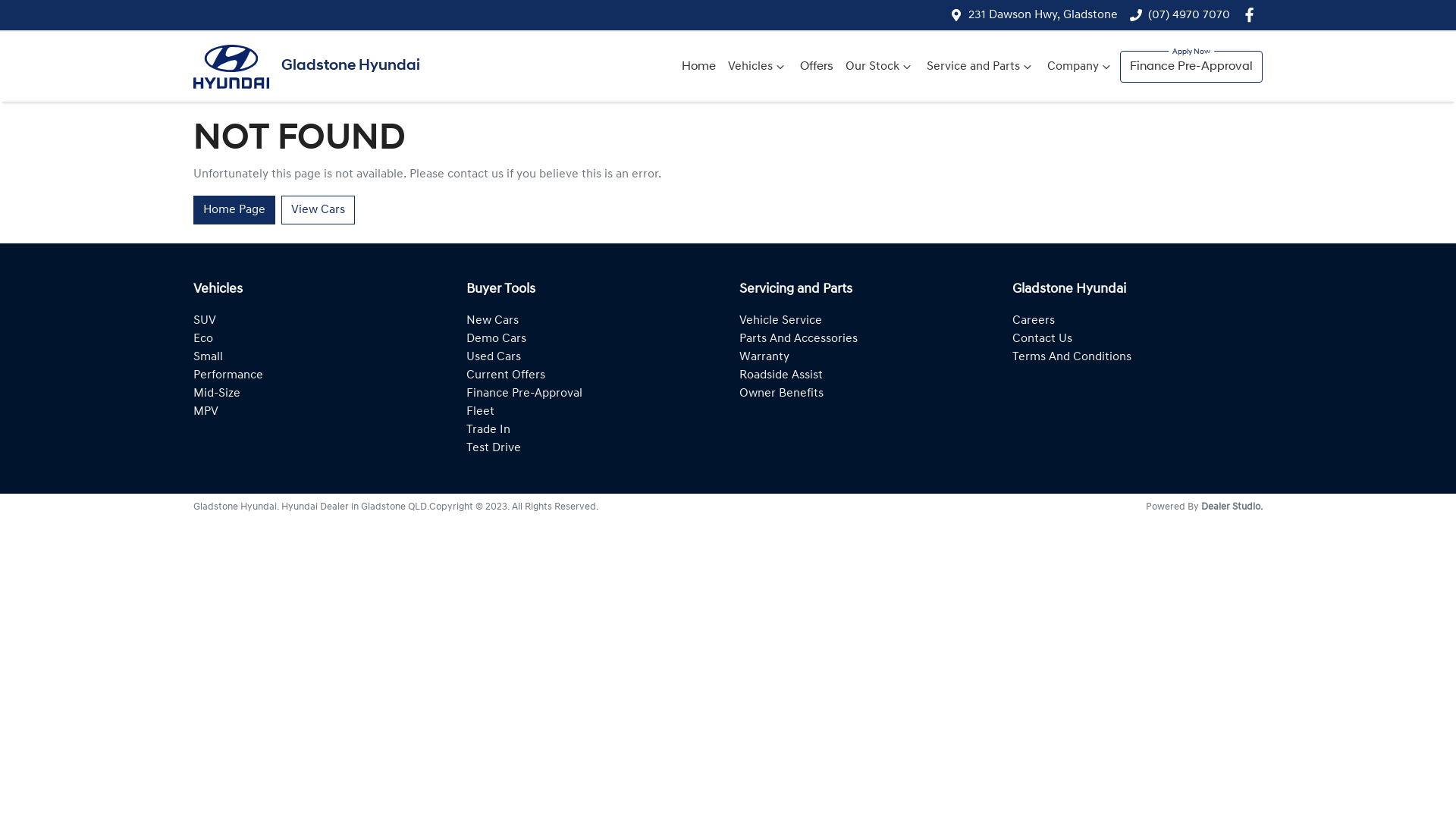  What do you see at coordinates (465, 338) in the screenshot?
I see `'Demo Cars'` at bounding box center [465, 338].